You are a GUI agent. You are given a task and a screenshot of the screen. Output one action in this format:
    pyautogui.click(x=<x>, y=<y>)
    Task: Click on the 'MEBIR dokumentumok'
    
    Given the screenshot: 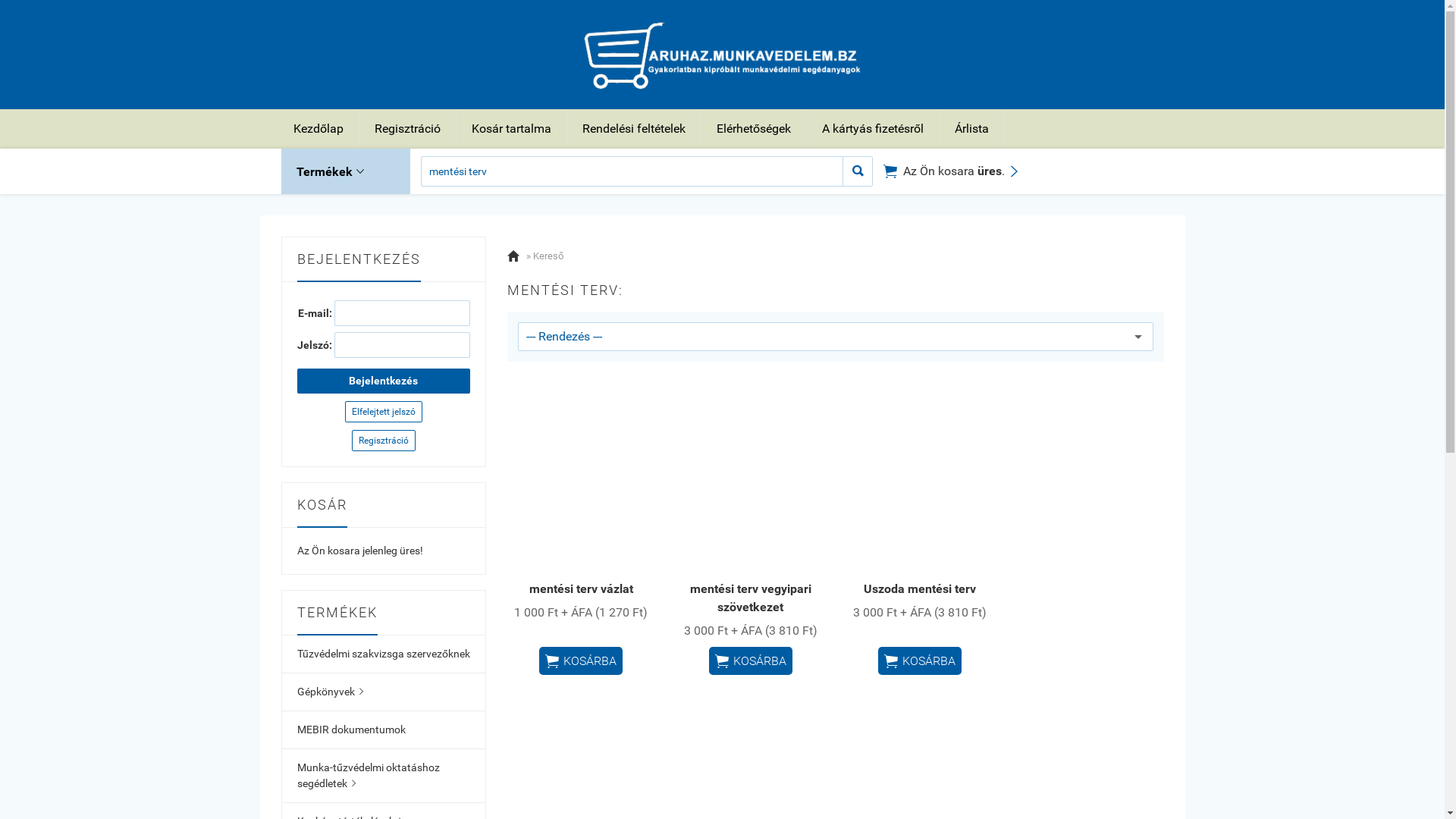 What is the action you would take?
    pyautogui.click(x=383, y=729)
    